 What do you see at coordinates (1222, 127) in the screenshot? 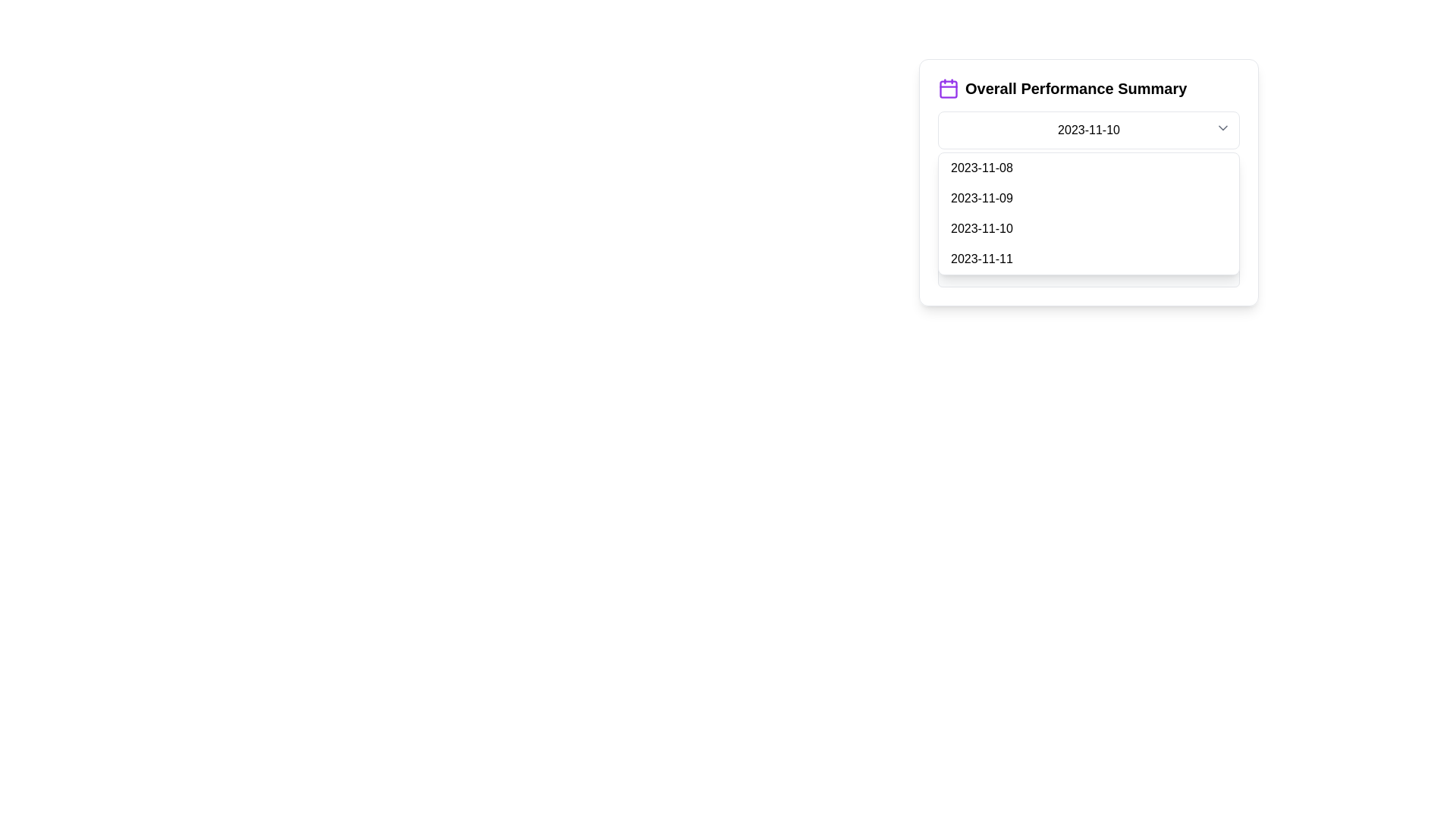
I see `the down-facing chevron icon in the upper-right corner of the date picker field` at bounding box center [1222, 127].